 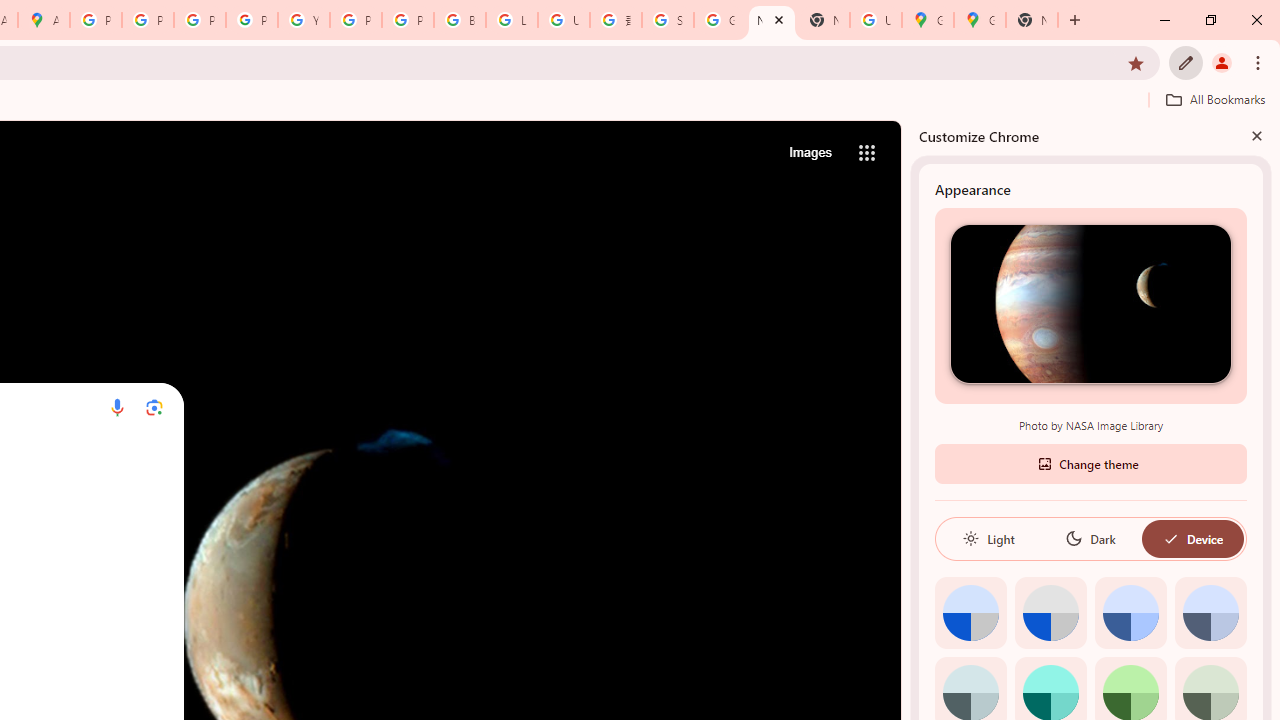 I want to click on 'New Tab', so click(x=1032, y=20).